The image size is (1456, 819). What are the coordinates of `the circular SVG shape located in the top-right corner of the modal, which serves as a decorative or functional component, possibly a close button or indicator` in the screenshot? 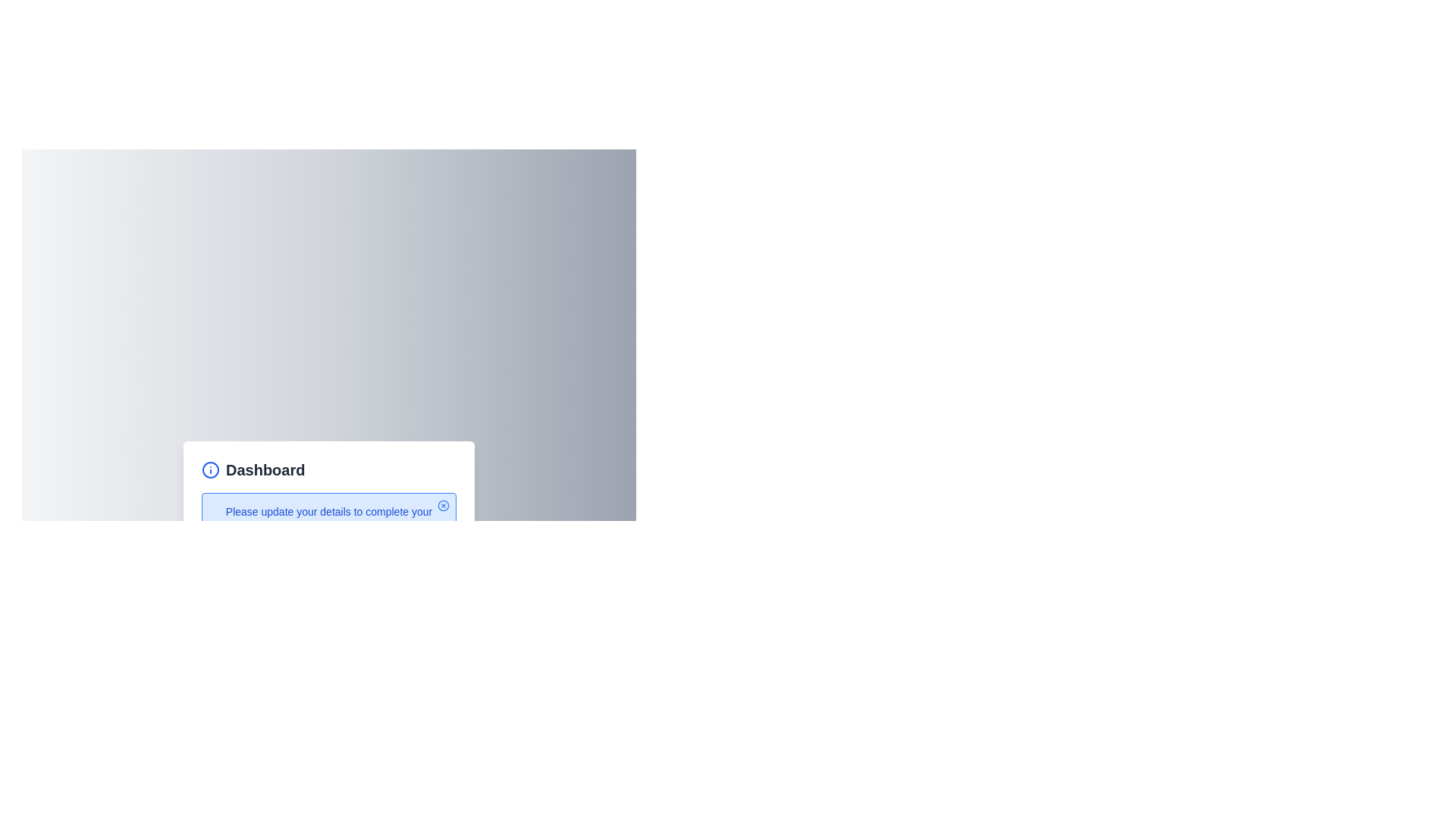 It's located at (443, 506).